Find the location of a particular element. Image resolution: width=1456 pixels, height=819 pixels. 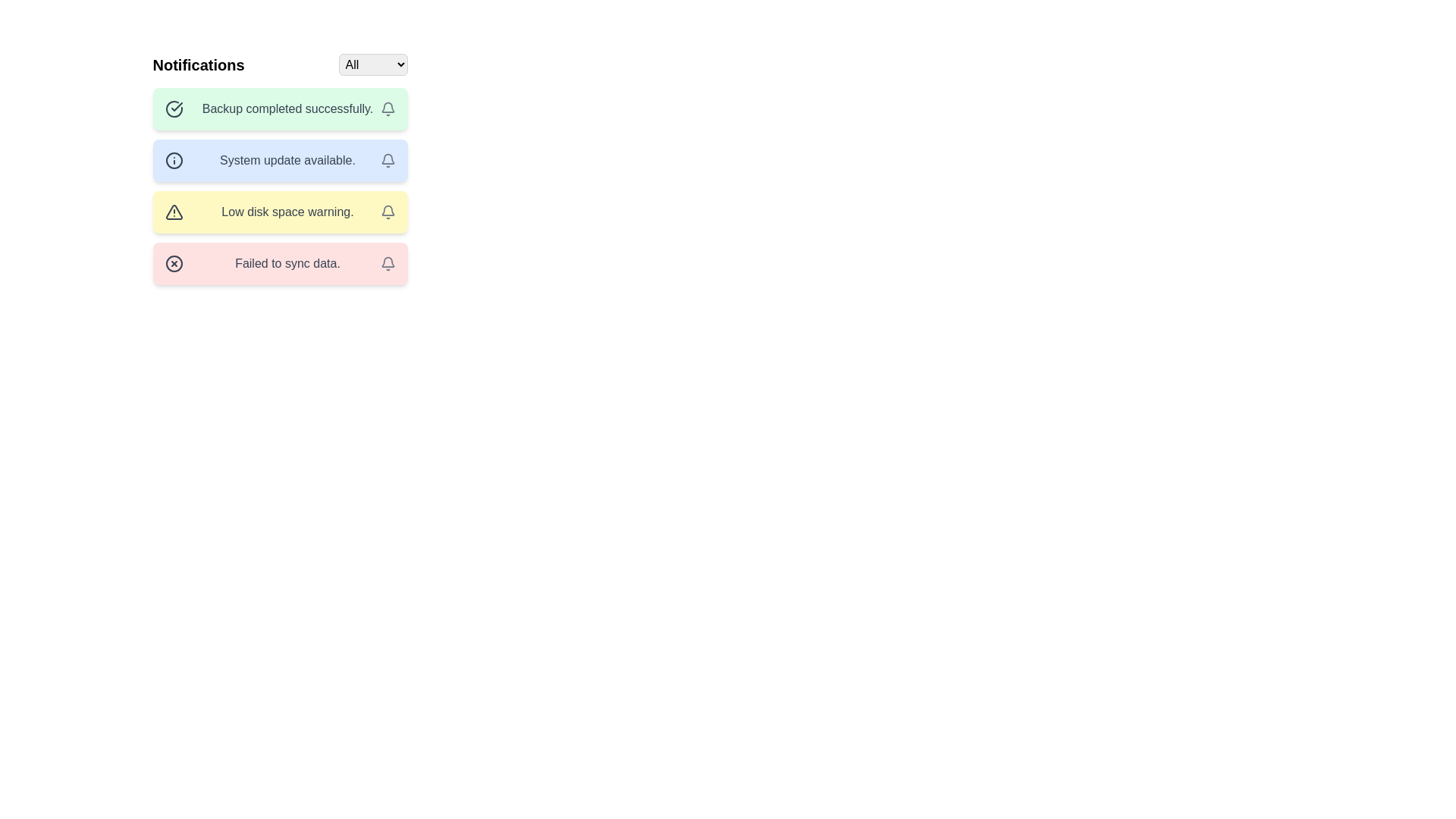

the backup completed icon located on the left side of the notification labeled 'Backup completed successfully.' is located at coordinates (174, 108).